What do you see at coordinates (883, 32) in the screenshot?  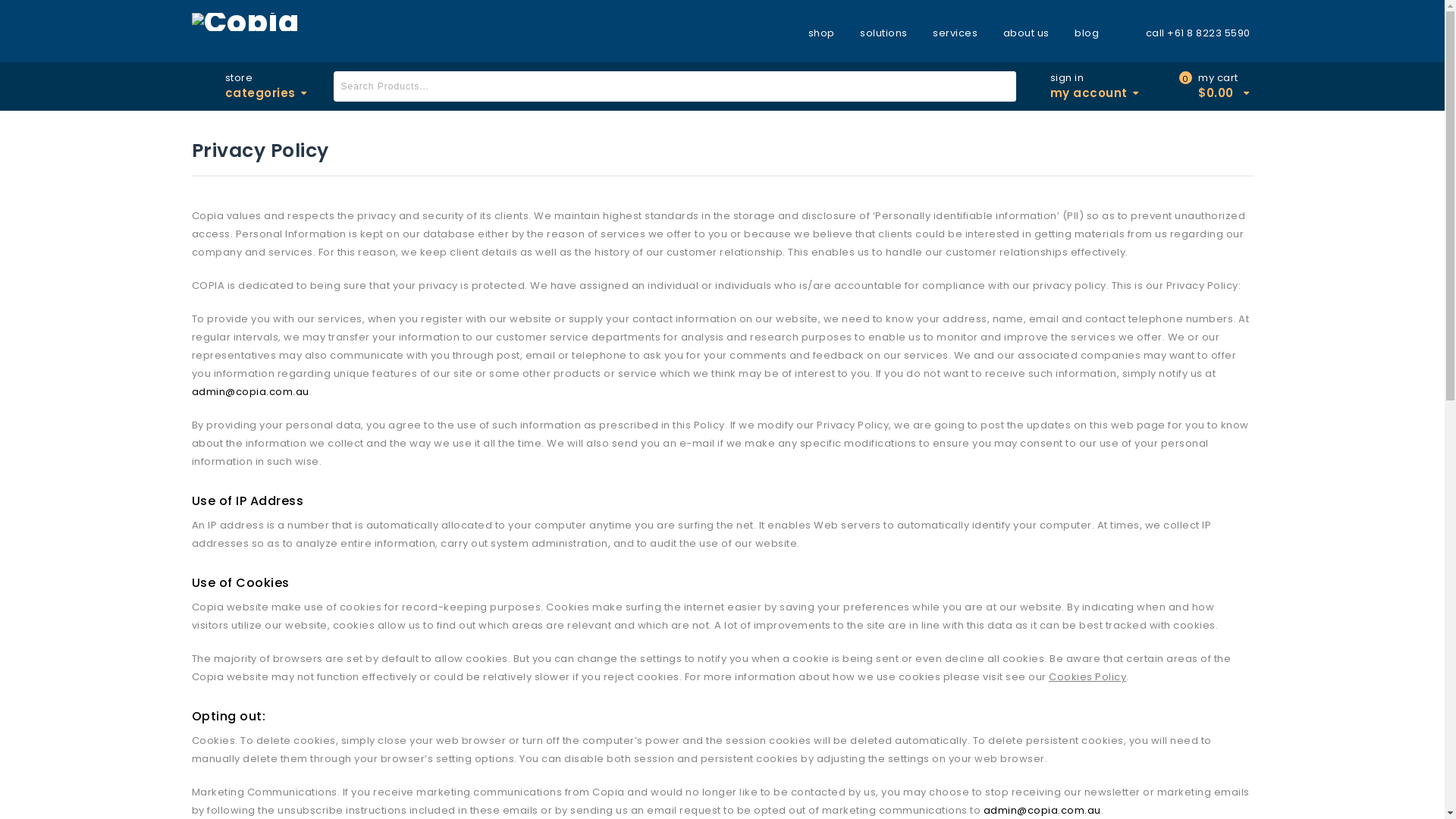 I see `'solutions'` at bounding box center [883, 32].